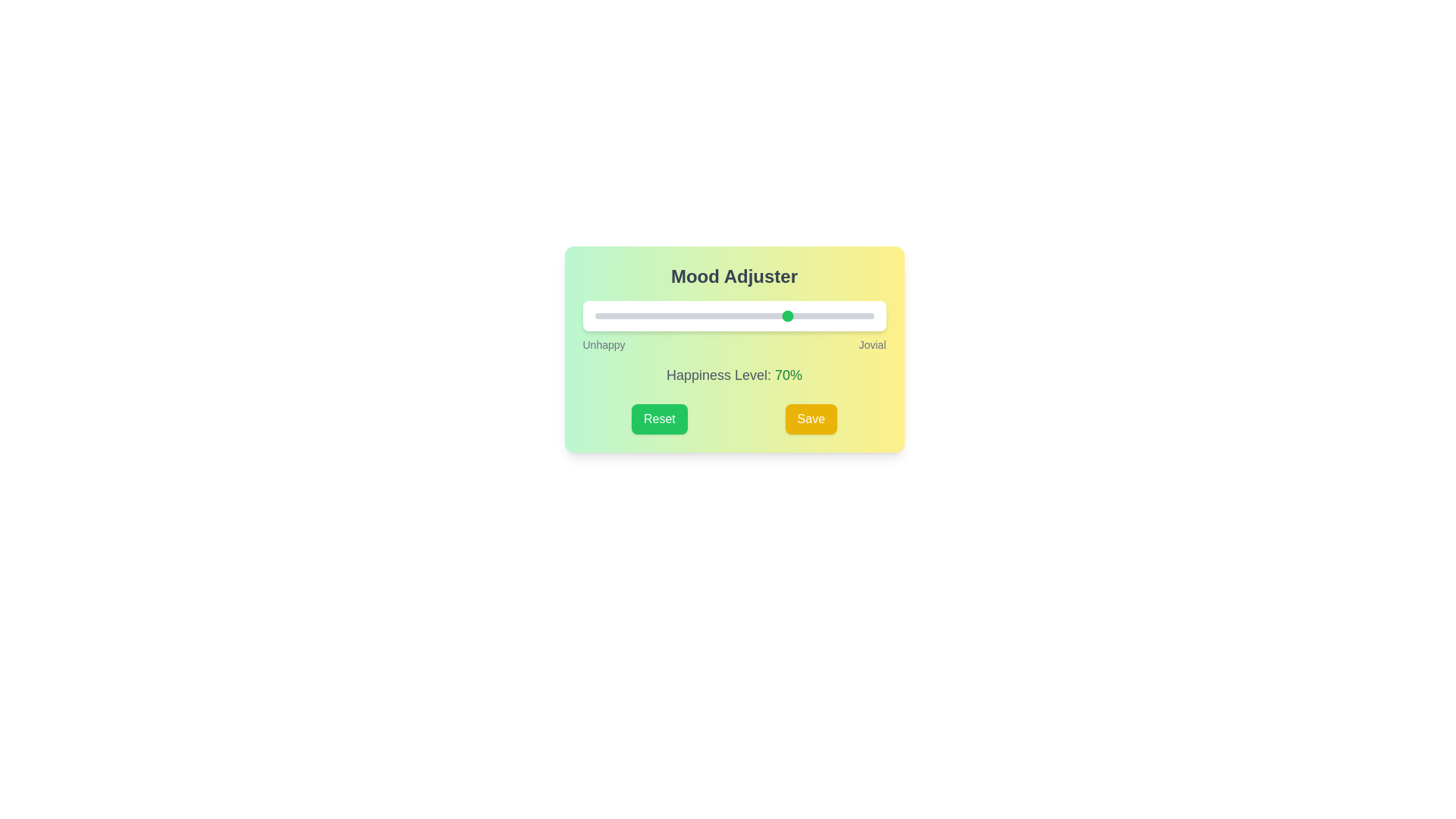 This screenshot has width=1456, height=819. What do you see at coordinates (860, 315) in the screenshot?
I see `the slider to set the happiness level to 95%` at bounding box center [860, 315].